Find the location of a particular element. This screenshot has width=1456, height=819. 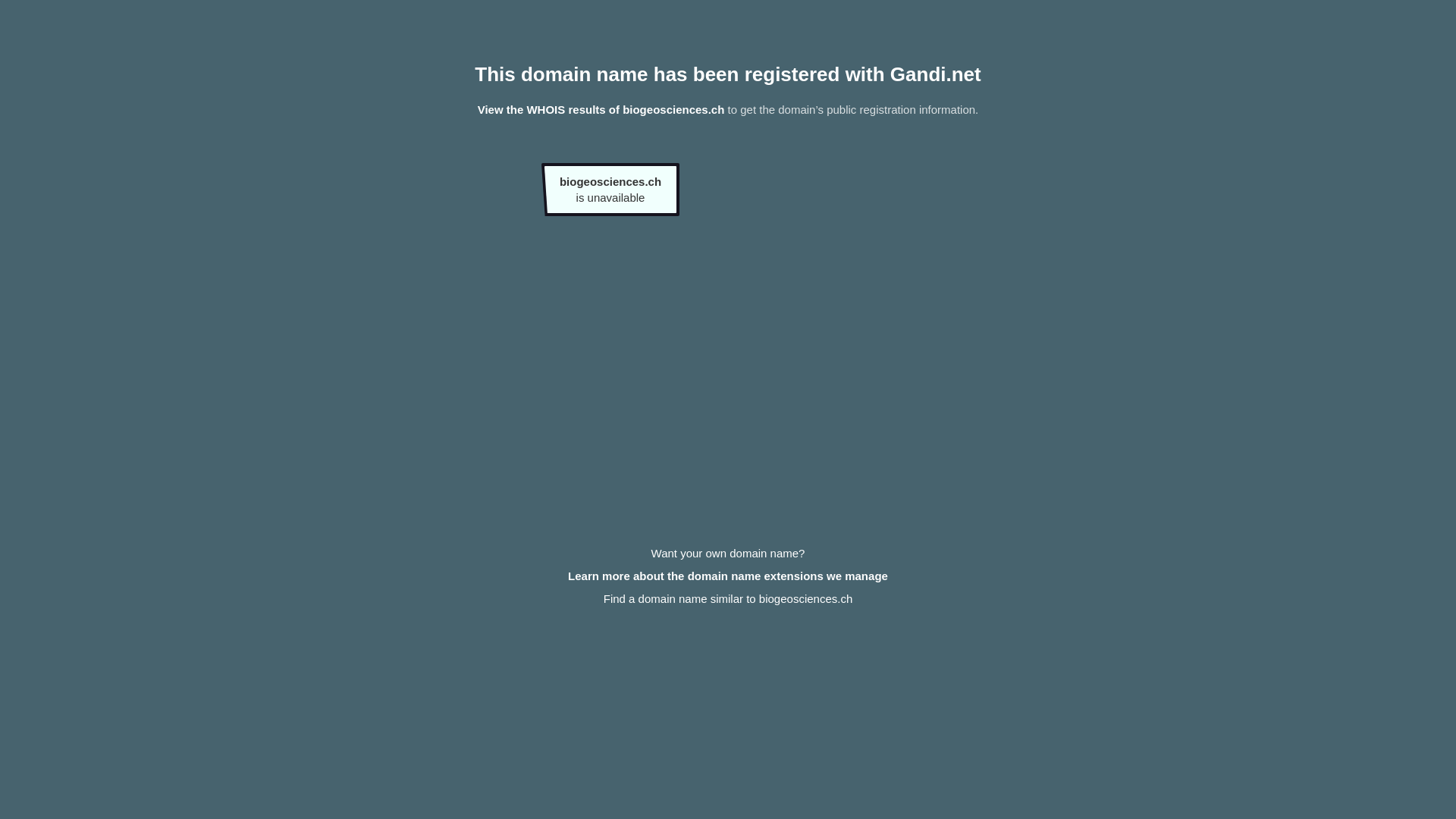

'Find a domain name similar to biogeosciences.ch' is located at coordinates (728, 598).